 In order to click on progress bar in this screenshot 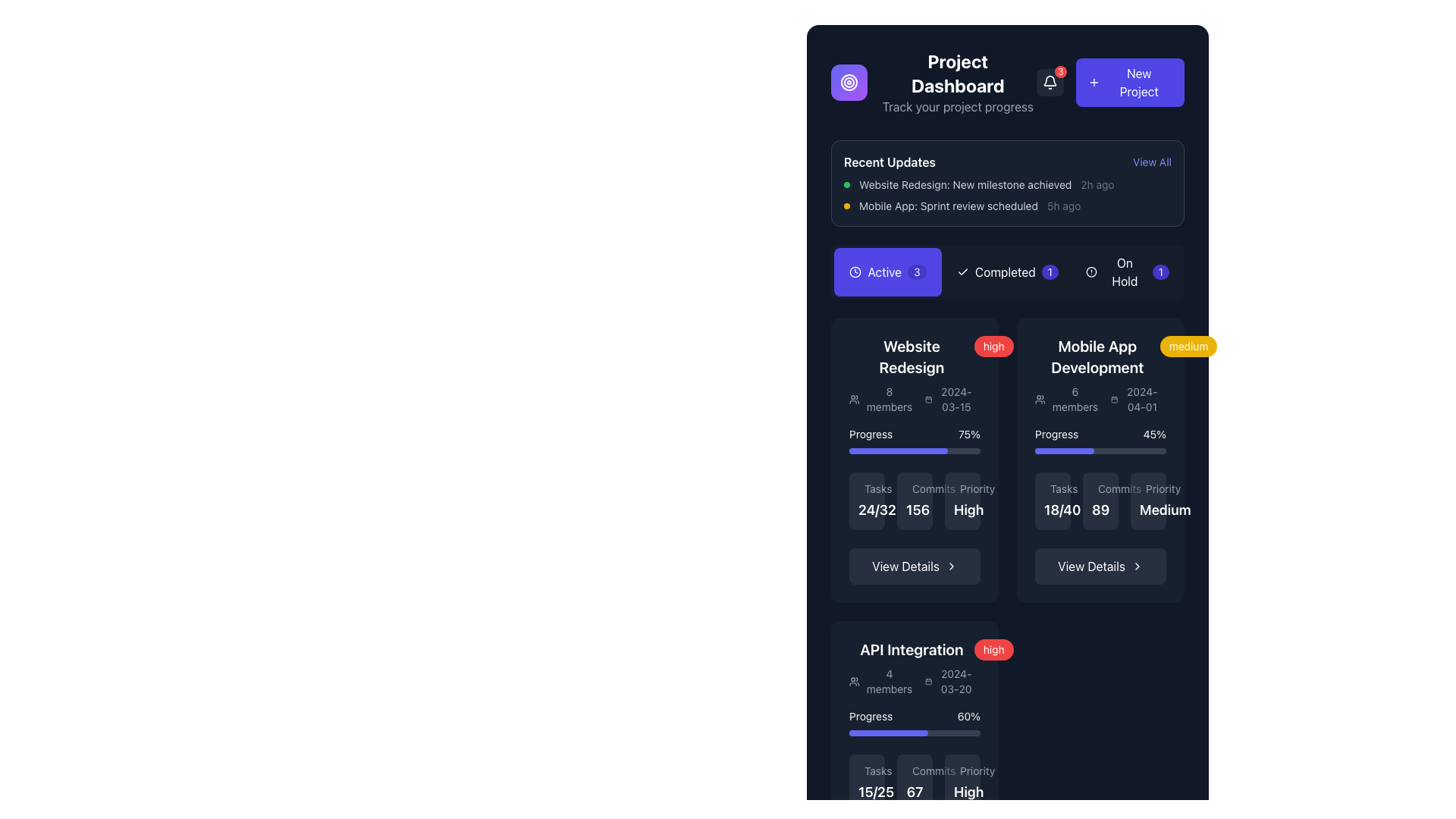, I will do `click(854, 733)`.